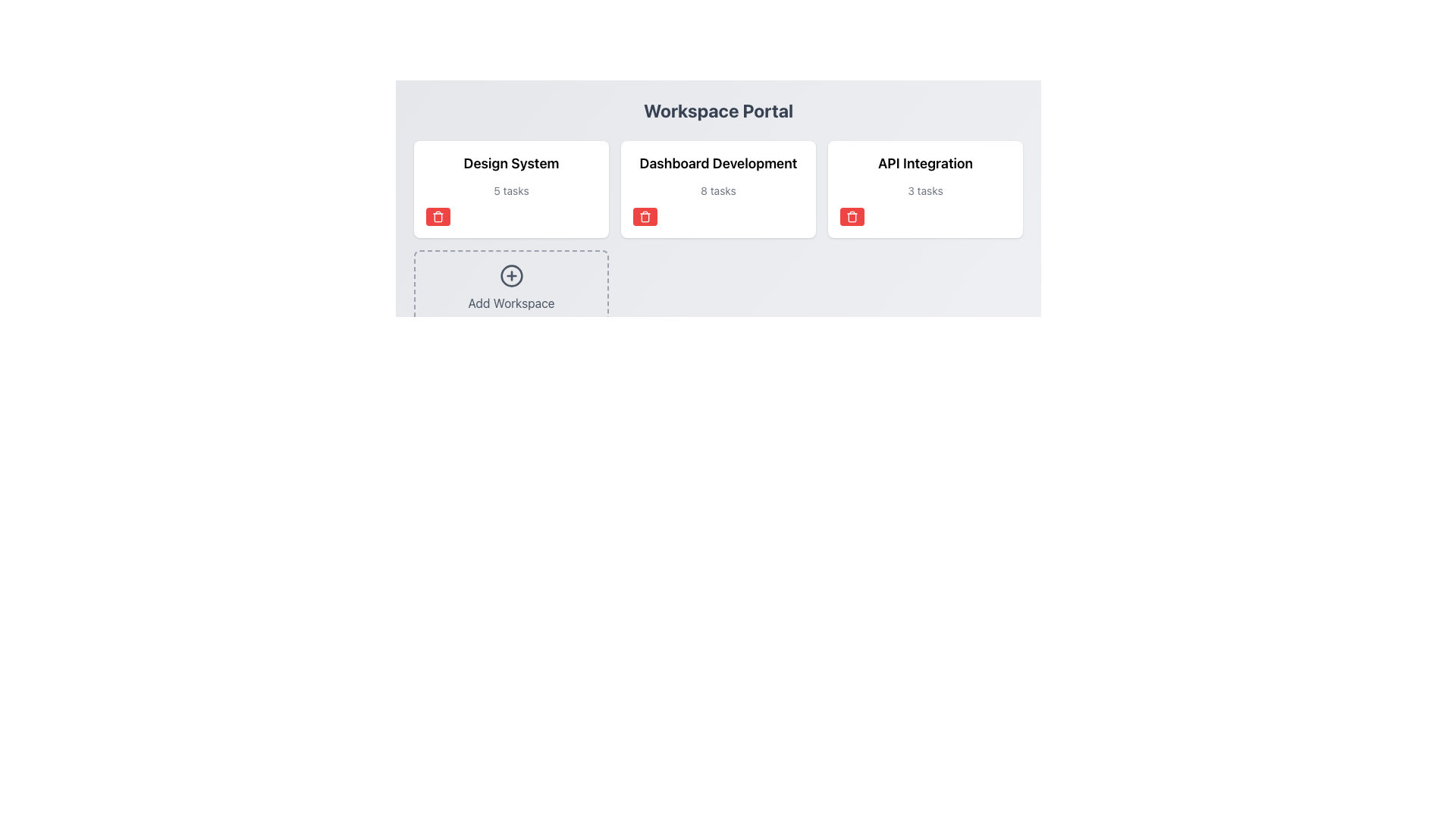 The height and width of the screenshot is (819, 1456). Describe the element at coordinates (645, 216) in the screenshot. I see `the red trash bin icon` at that location.